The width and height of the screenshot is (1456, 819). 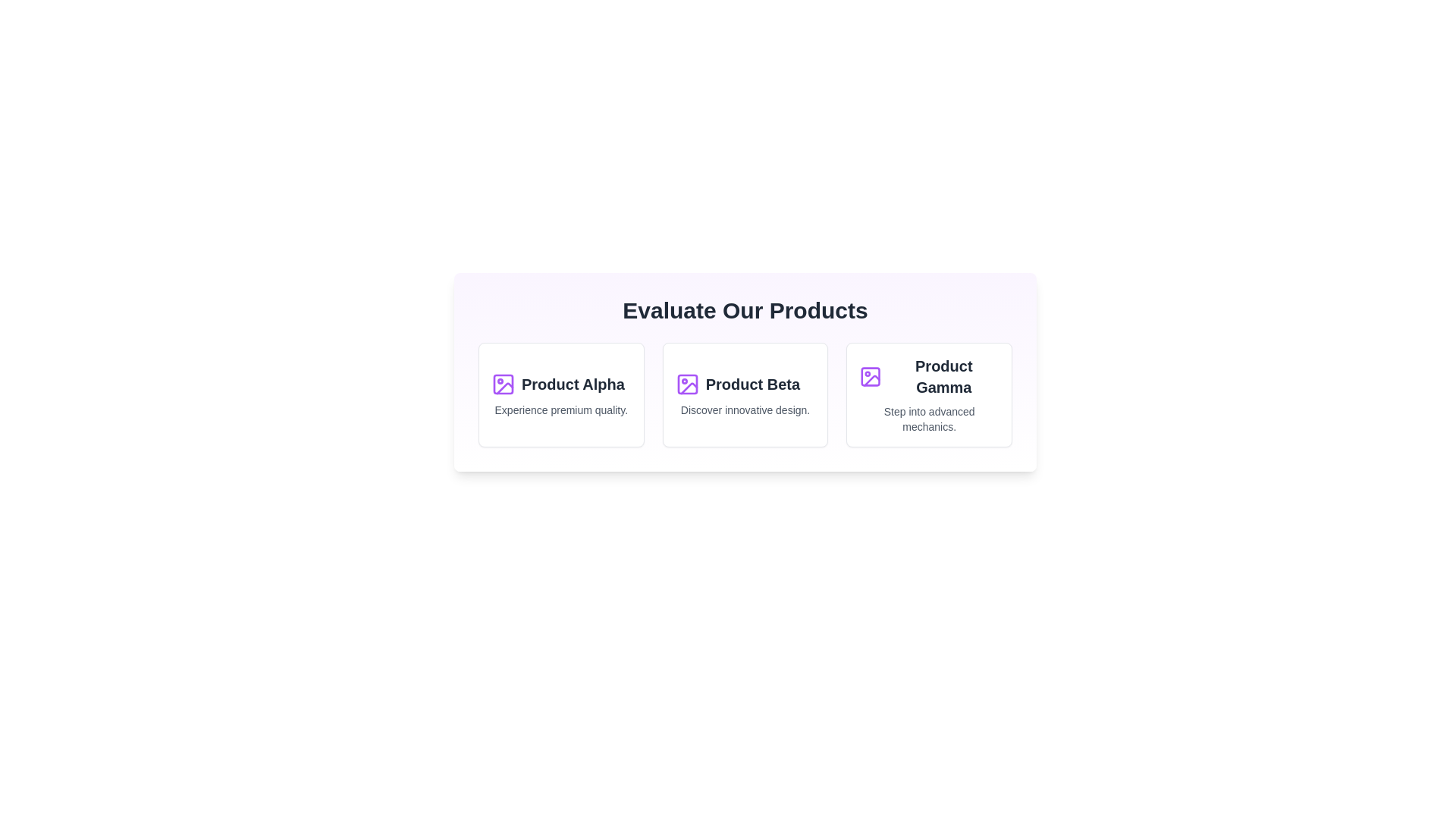 What do you see at coordinates (752, 383) in the screenshot?
I see `the 'Product Beta' text label, which serves as the title of the product, located in the second product card of a horizontal sequence` at bounding box center [752, 383].